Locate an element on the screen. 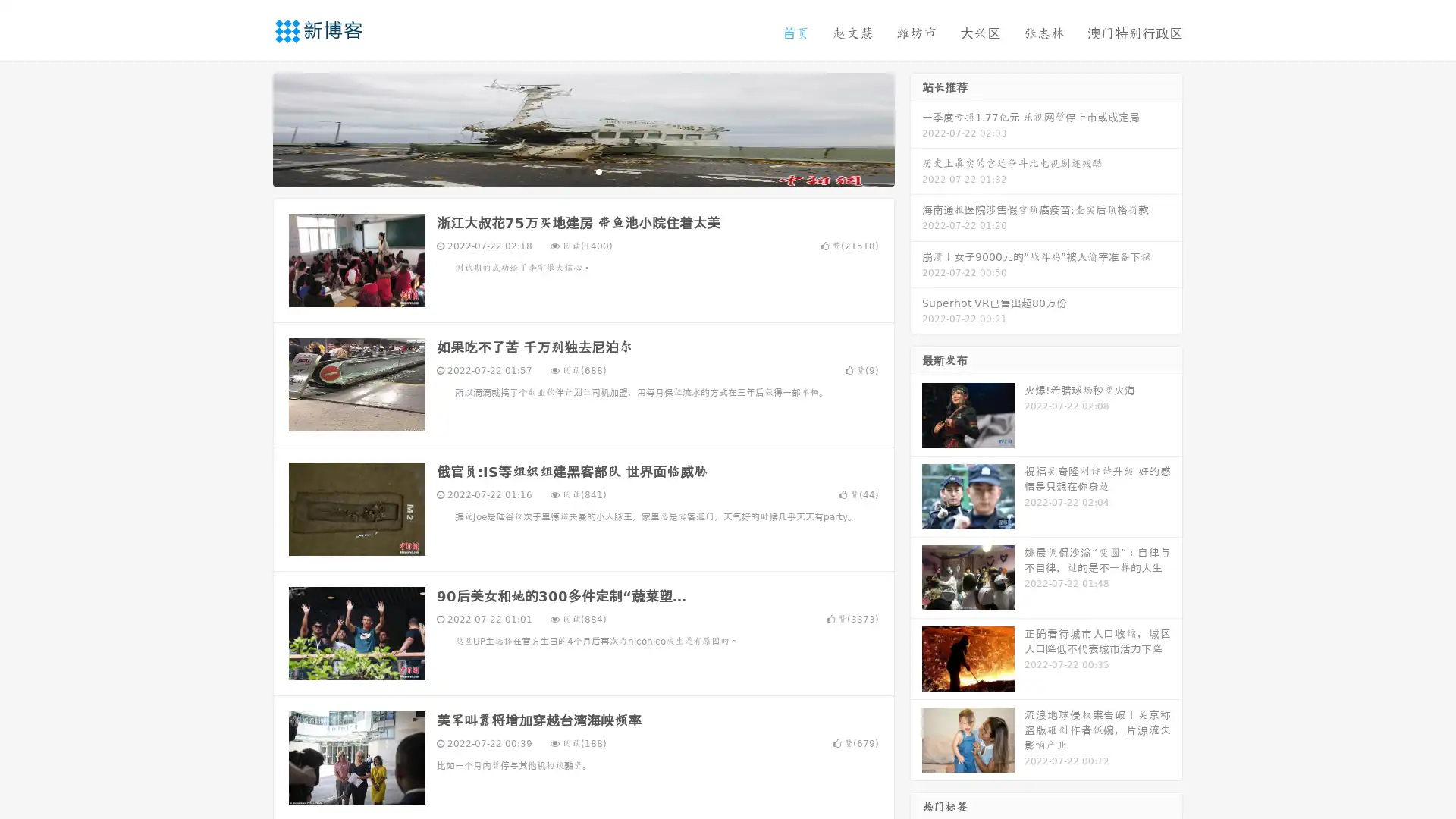  Previous slide is located at coordinates (250, 127).